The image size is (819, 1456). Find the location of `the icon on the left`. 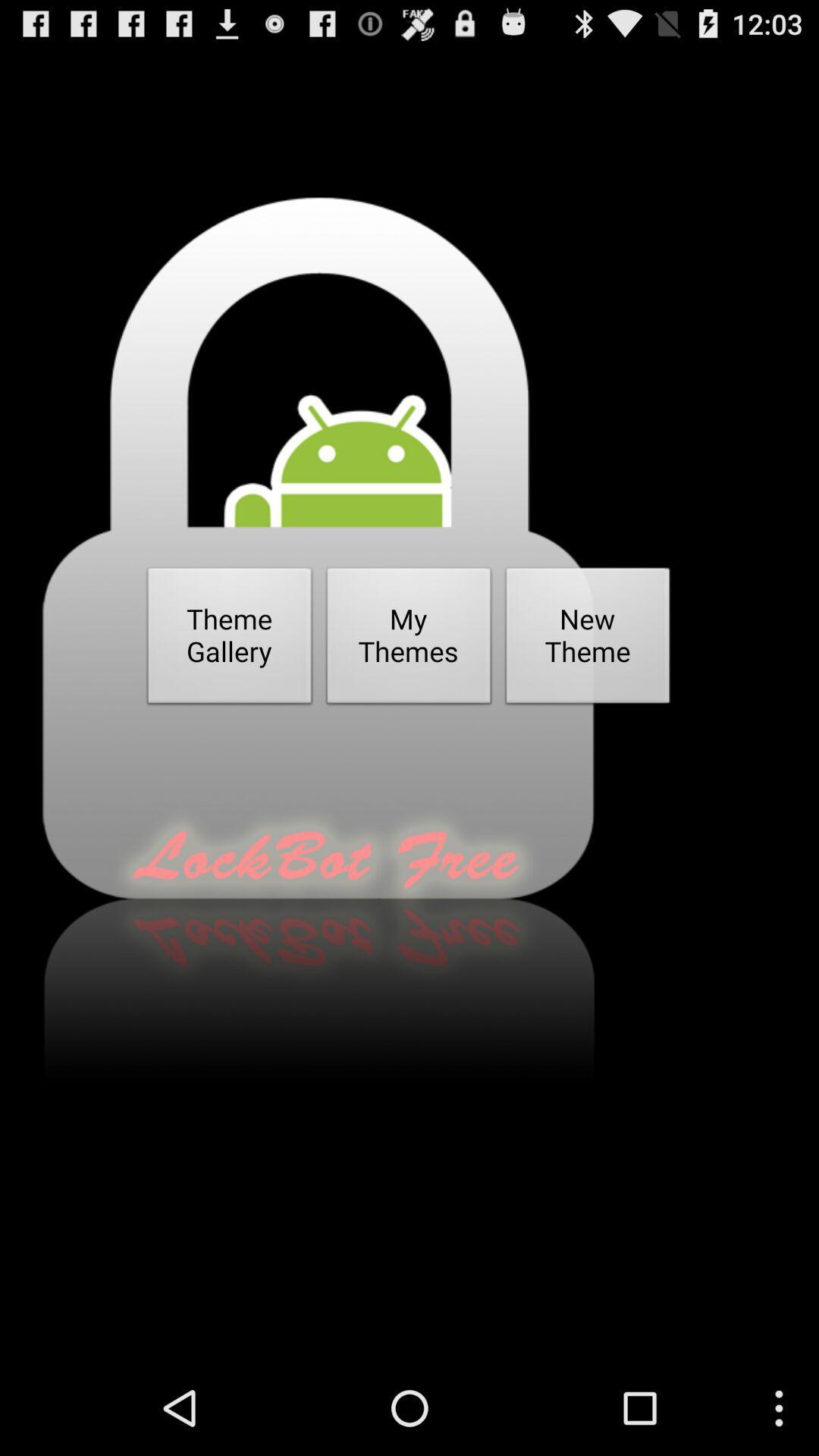

the icon on the left is located at coordinates (230, 640).